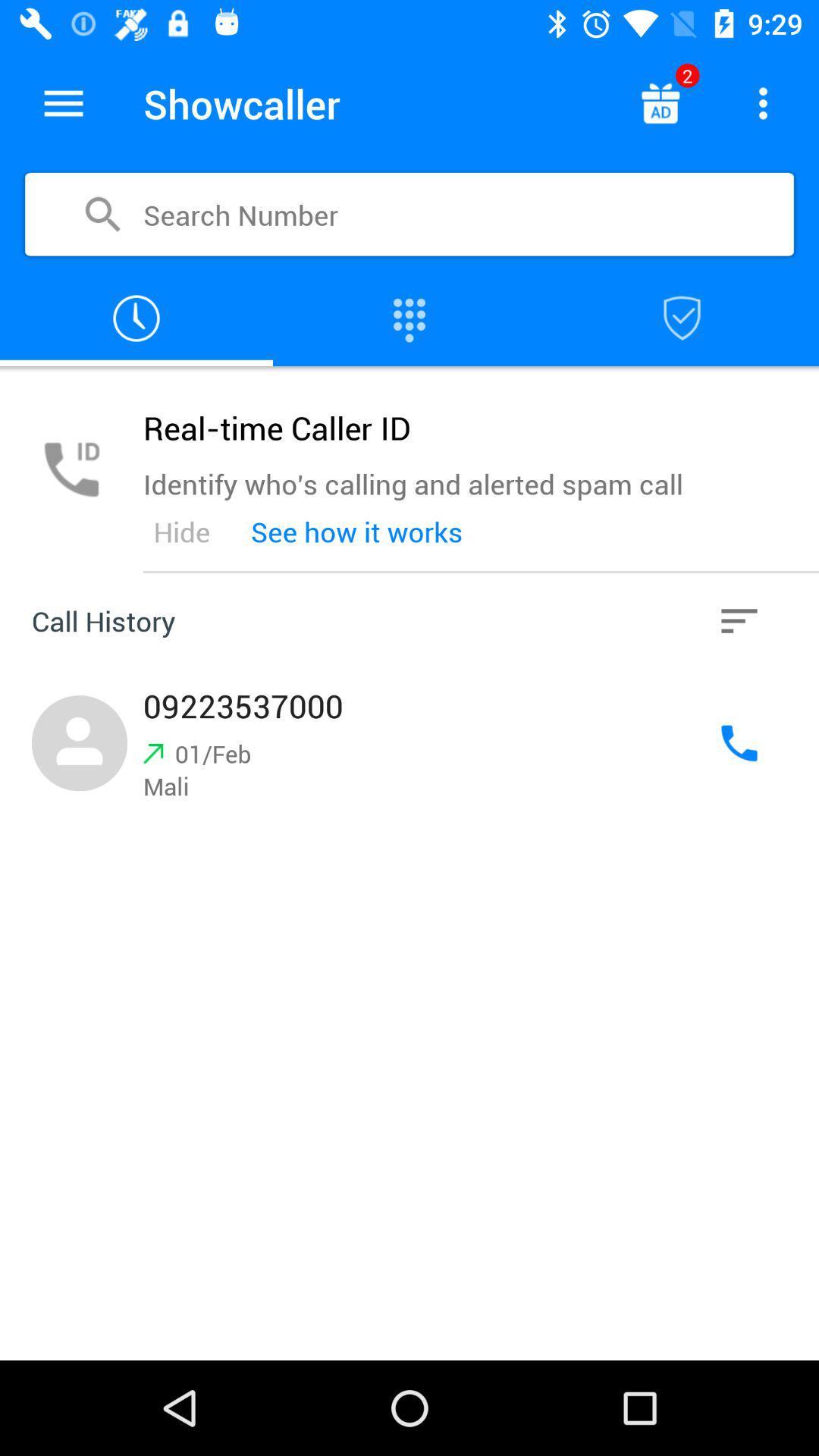  Describe the element at coordinates (739, 621) in the screenshot. I see `other options` at that location.